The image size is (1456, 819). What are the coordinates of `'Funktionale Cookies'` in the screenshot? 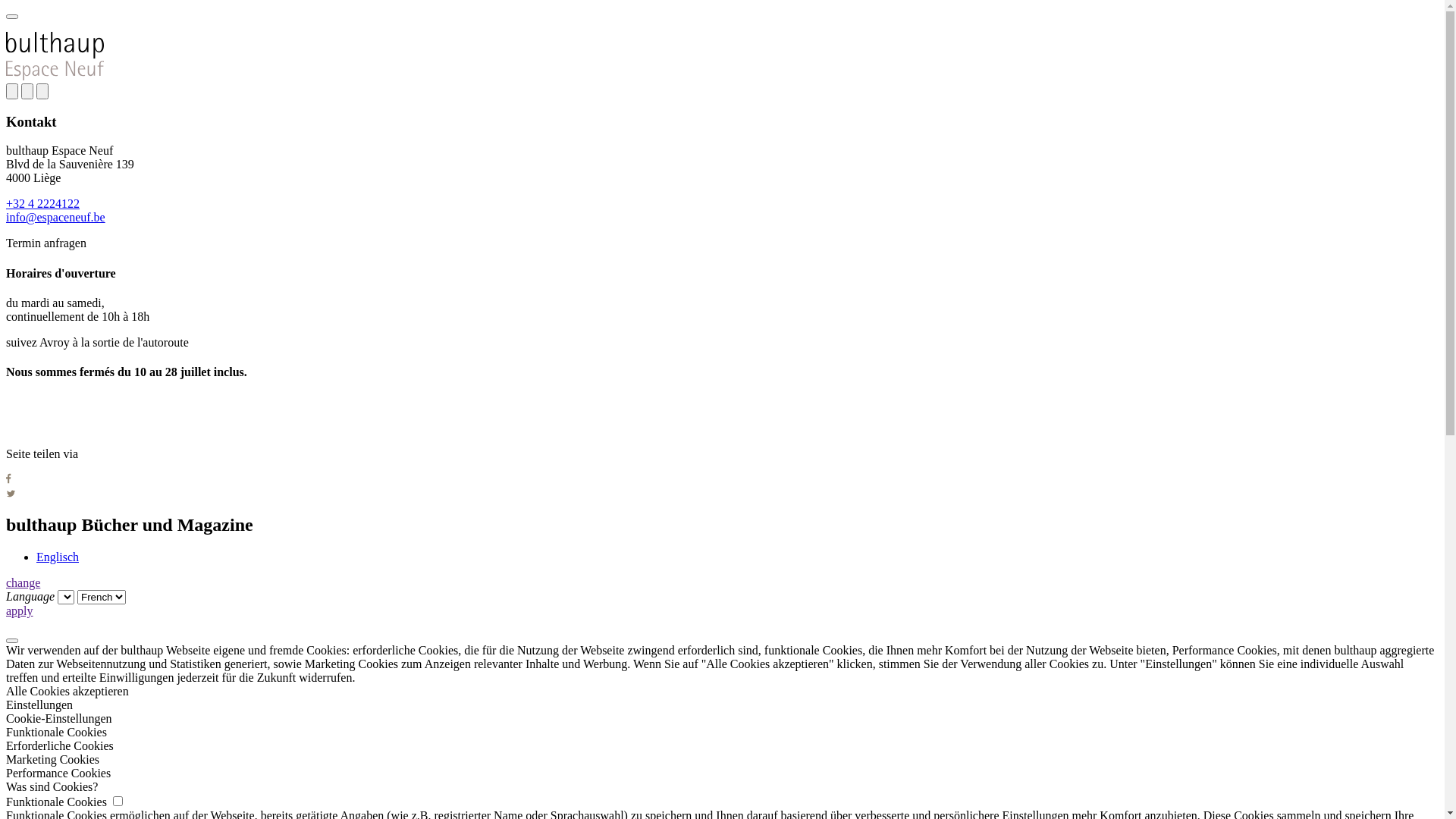 It's located at (721, 731).